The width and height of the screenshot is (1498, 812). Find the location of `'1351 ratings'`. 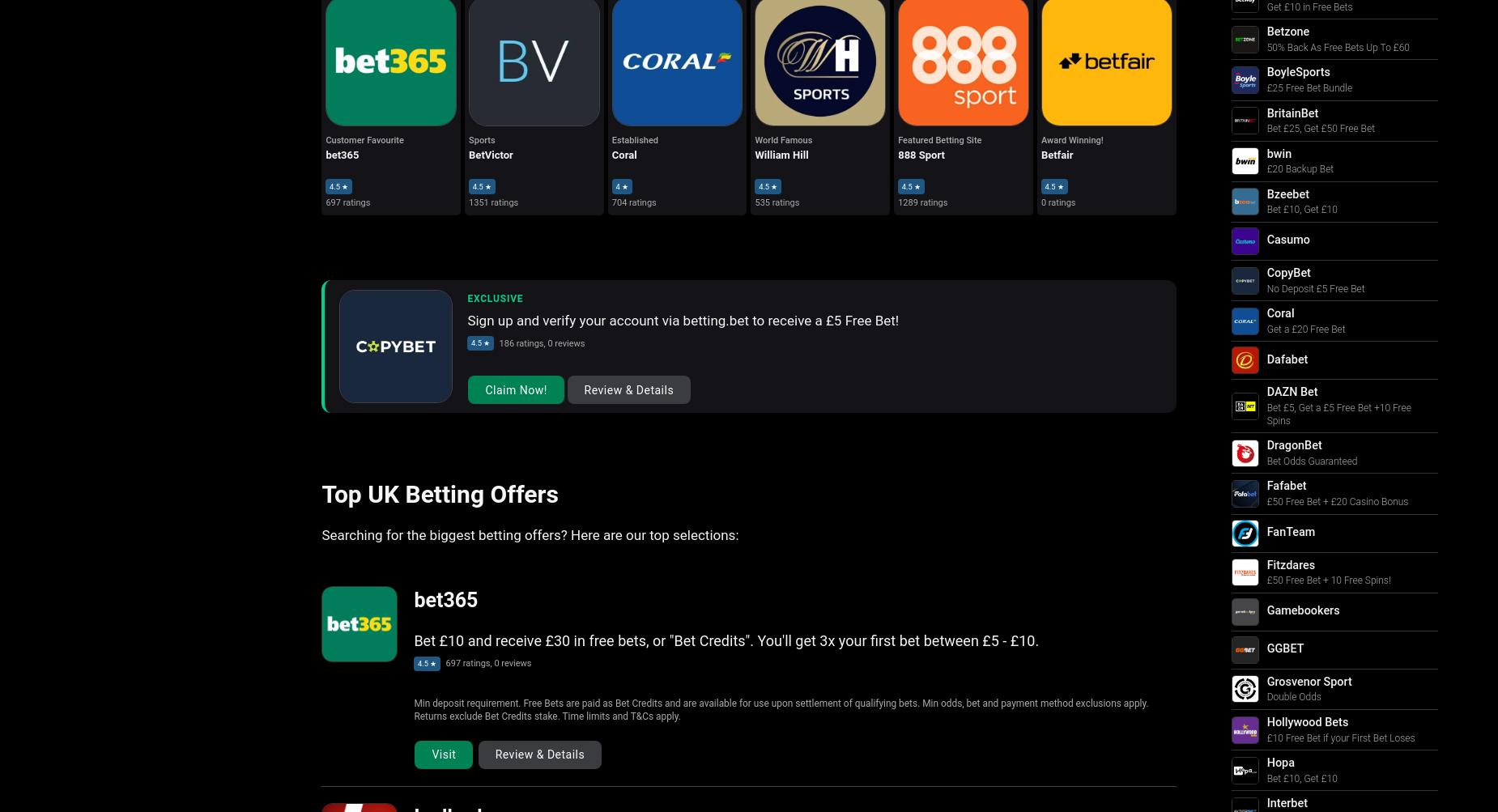

'1351 ratings' is located at coordinates (493, 202).